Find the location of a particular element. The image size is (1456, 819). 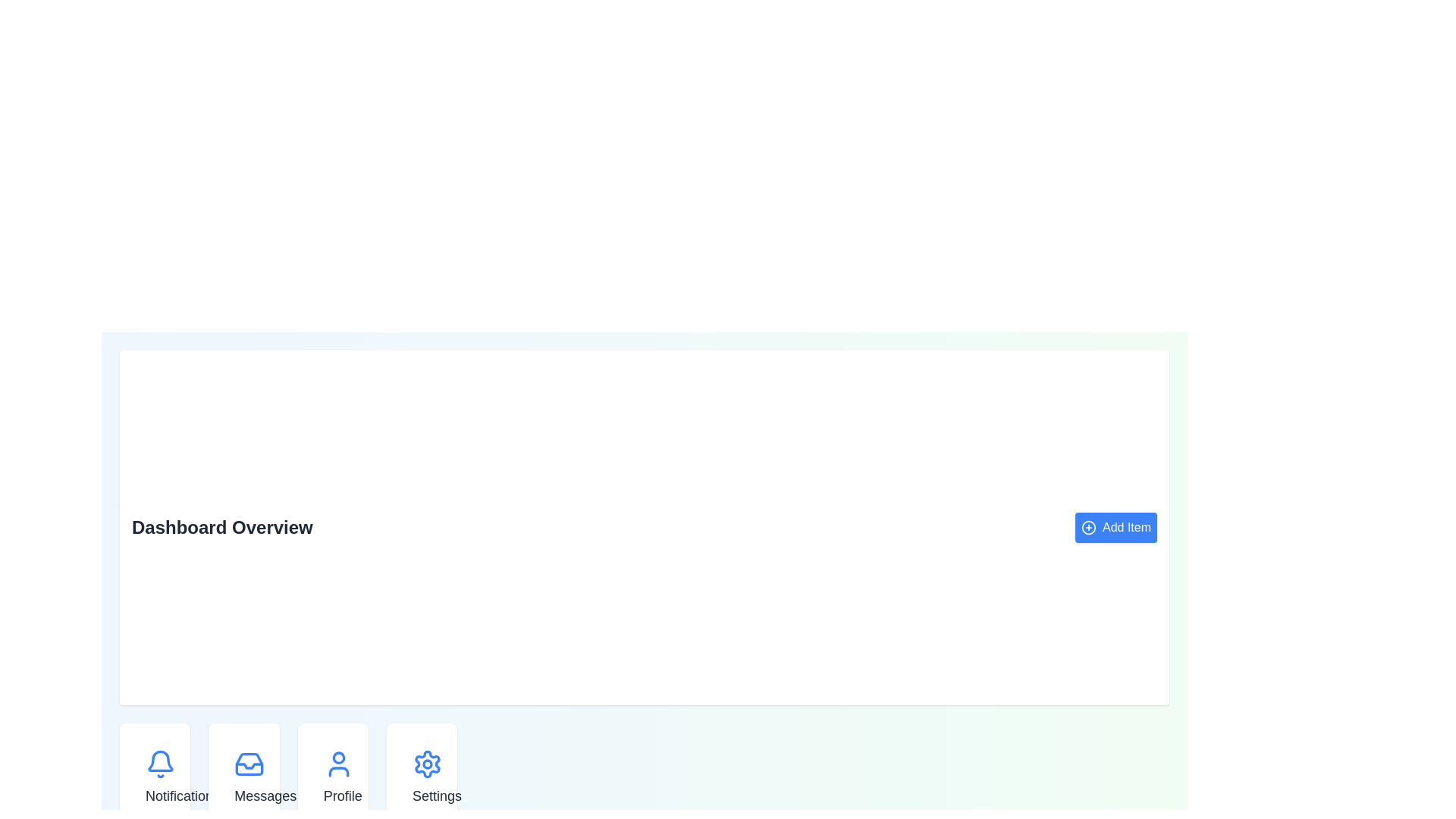

the 'Messages' text label in the navigation bar, which indicates the section for accessing messages, located below the envelope icon and aligned with 'Notification,' 'Profile,' and 'Settings.' is located at coordinates (265, 795).